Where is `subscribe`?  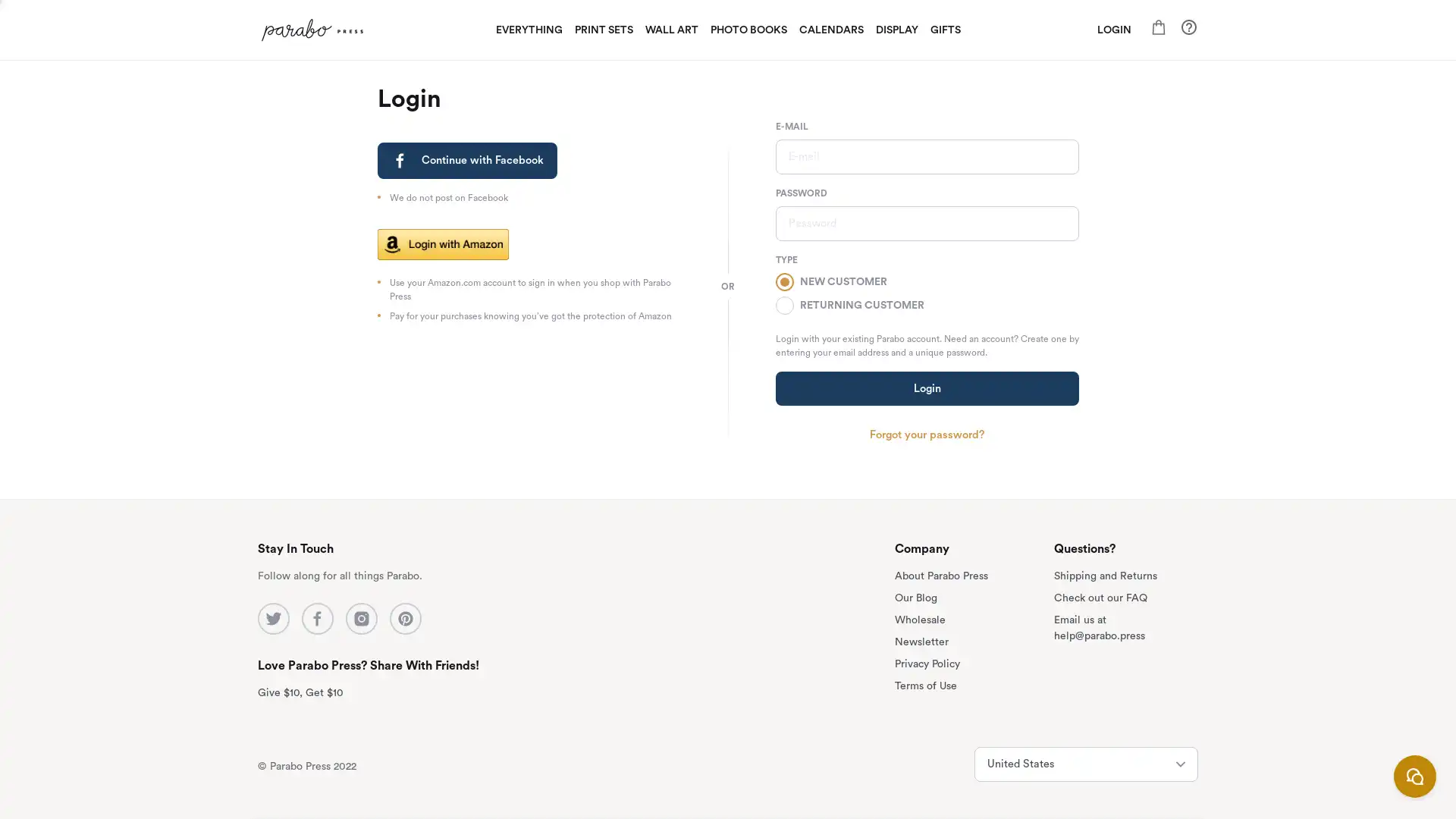 subscribe is located at coordinates (833, 584).